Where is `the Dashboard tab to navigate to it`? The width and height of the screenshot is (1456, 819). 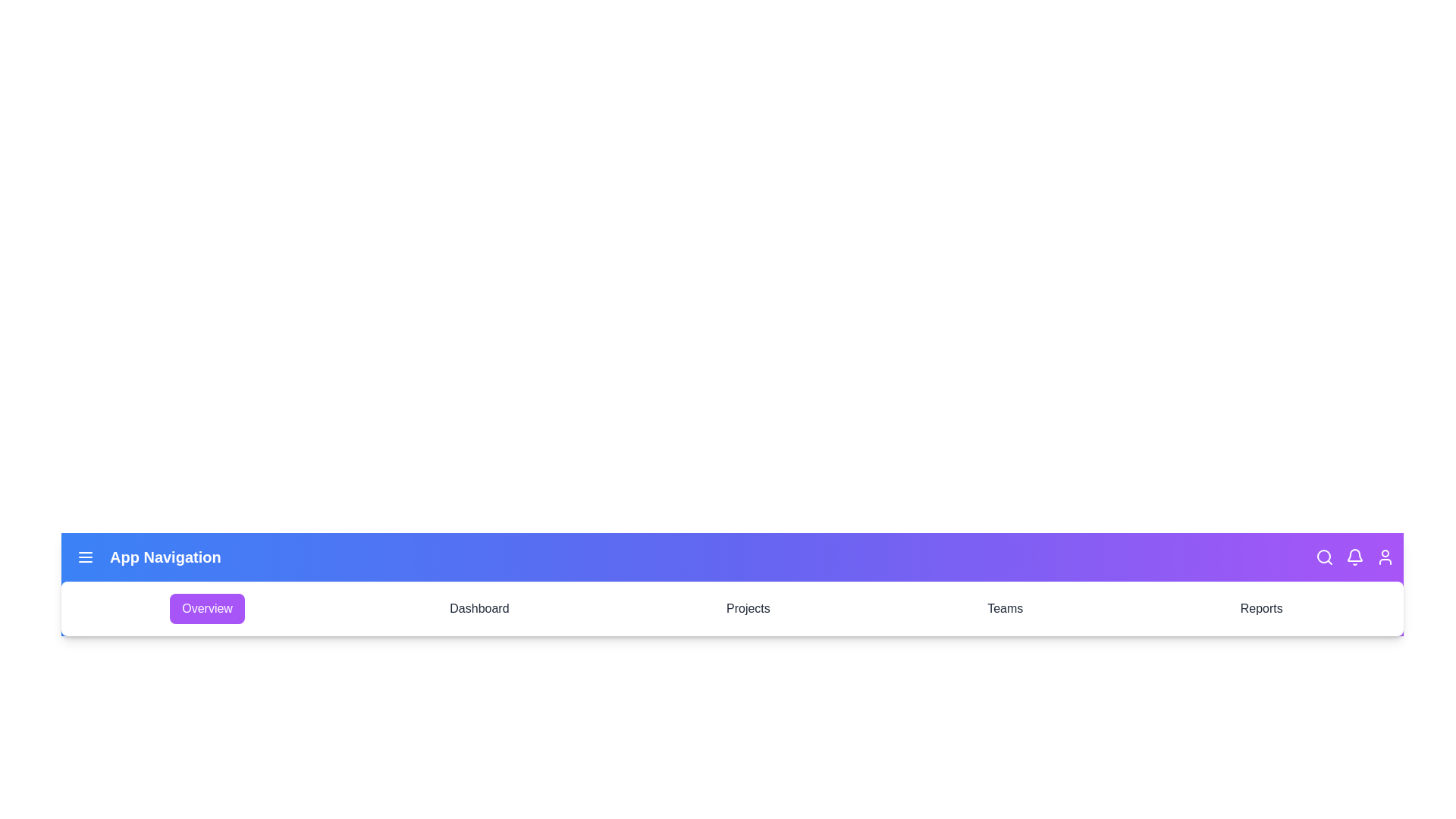
the Dashboard tab to navigate to it is located at coordinates (479, 607).